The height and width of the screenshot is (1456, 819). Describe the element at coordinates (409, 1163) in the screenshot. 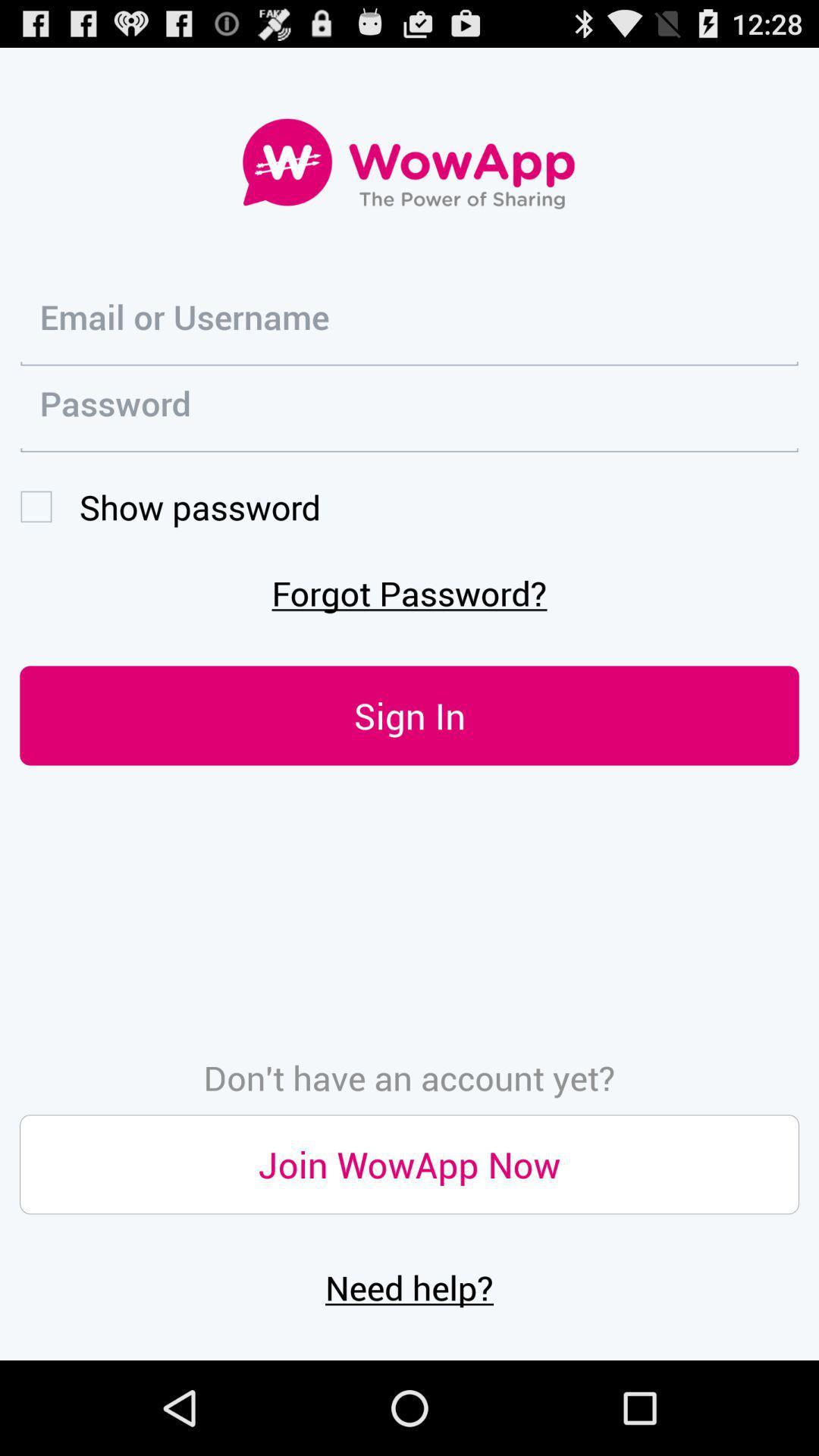

I see `join wowapp now item` at that location.